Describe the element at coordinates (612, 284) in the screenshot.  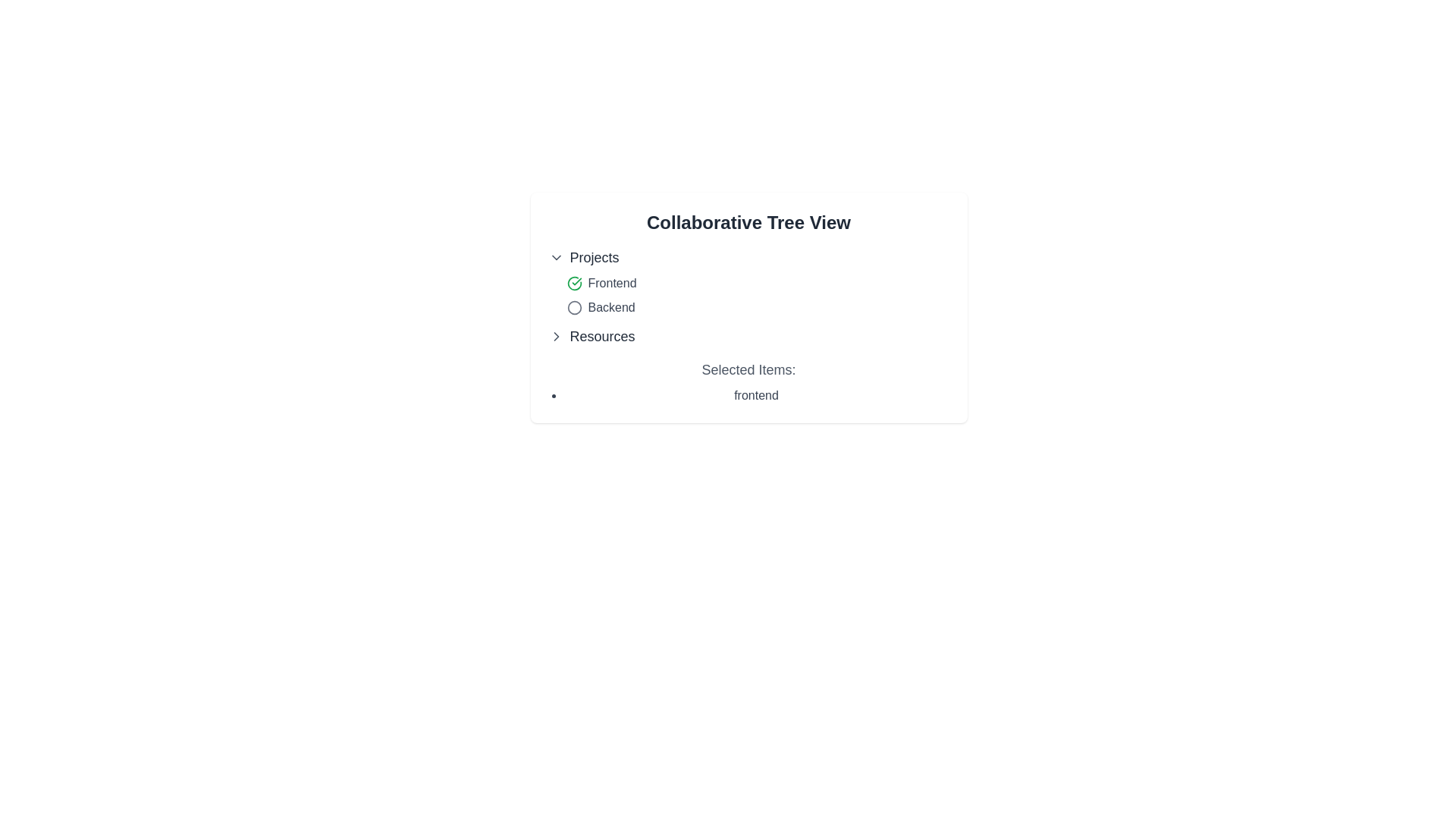
I see `text label representing an item in the 'Projects' section of the 'Collaborative Tree View', located beside a green checkmark icon and above the 'Backend' entry` at that location.